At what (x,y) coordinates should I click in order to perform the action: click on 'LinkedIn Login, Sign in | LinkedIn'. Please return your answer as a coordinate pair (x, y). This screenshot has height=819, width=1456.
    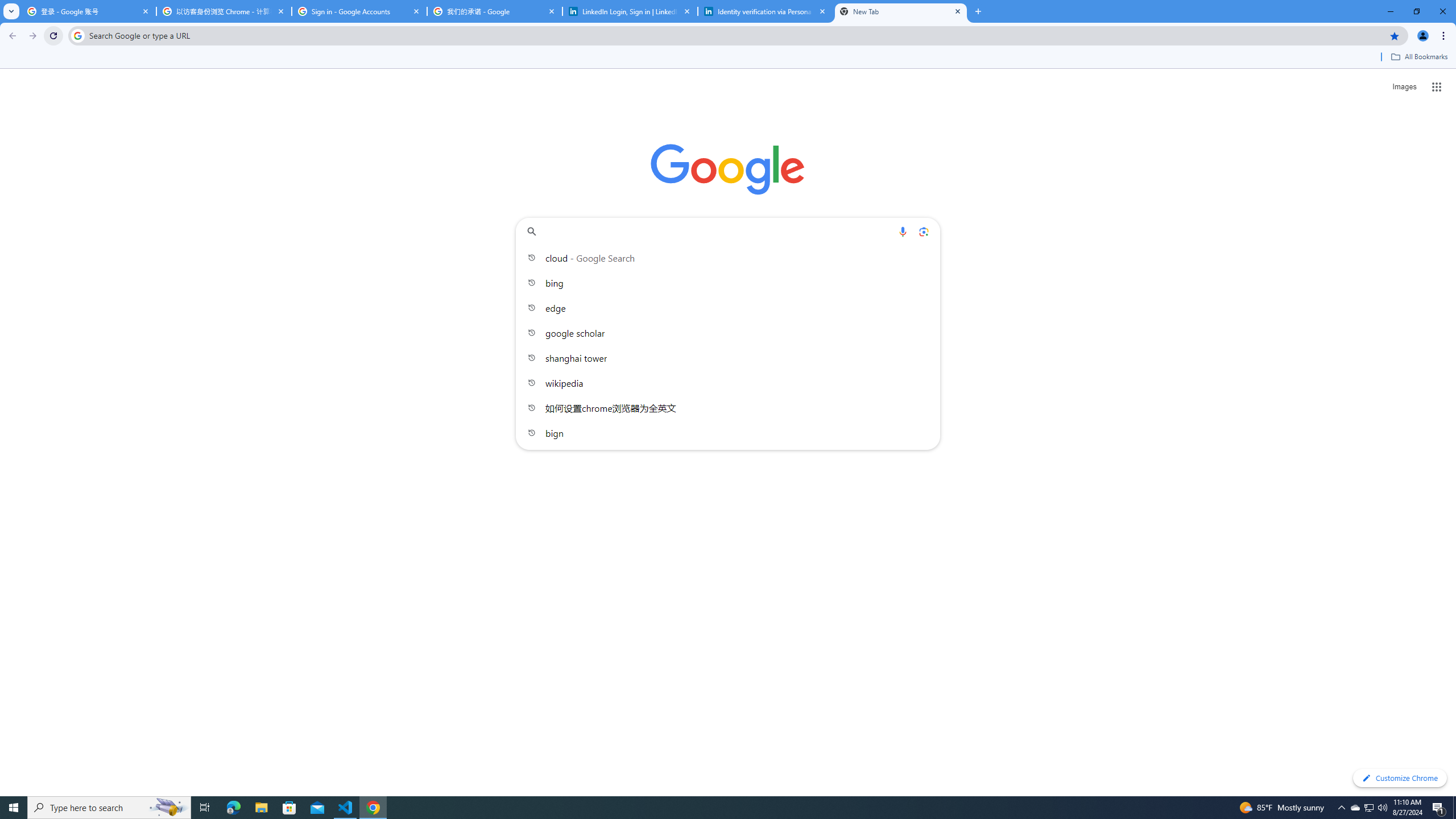
    Looking at the image, I should click on (630, 11).